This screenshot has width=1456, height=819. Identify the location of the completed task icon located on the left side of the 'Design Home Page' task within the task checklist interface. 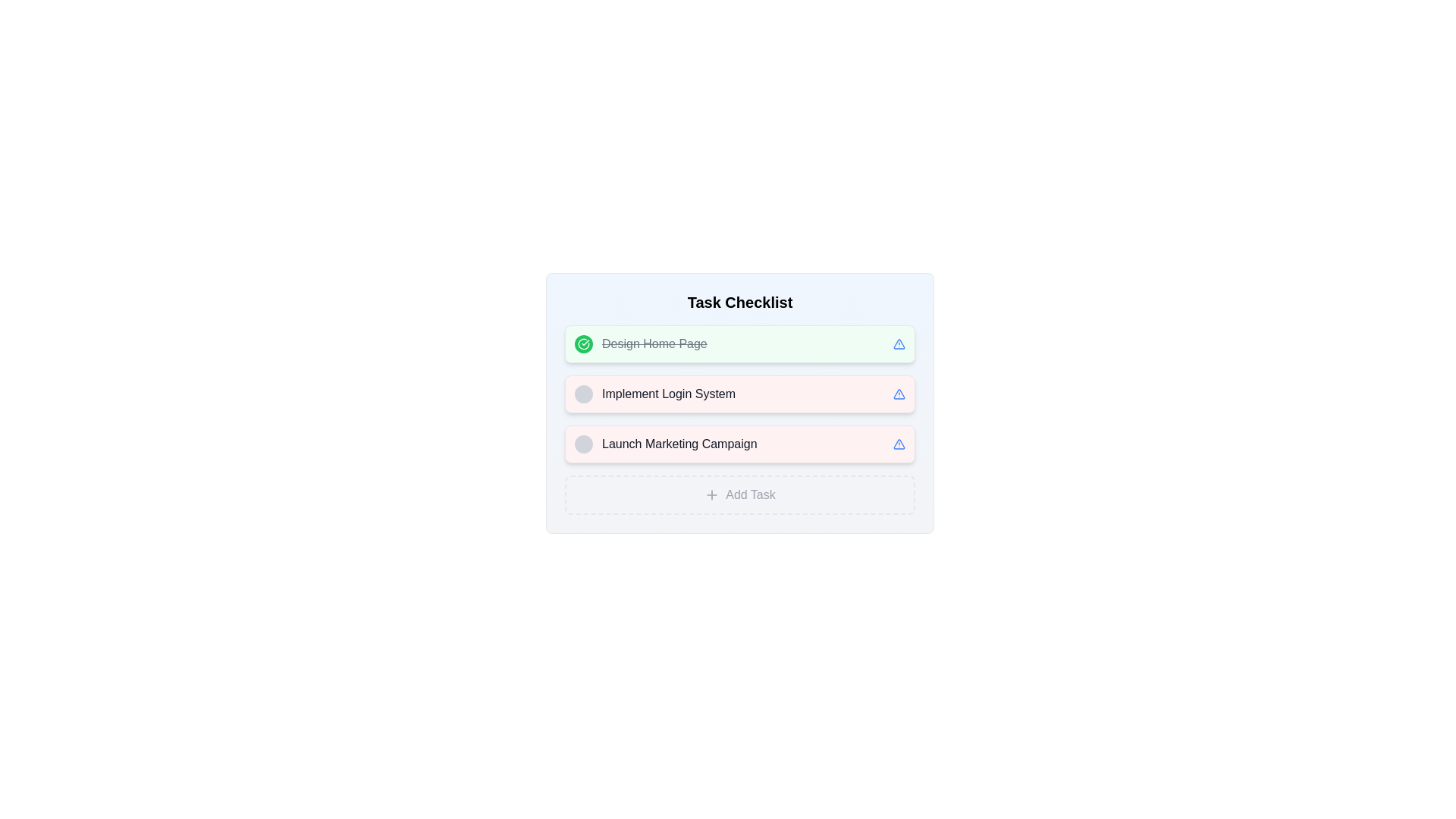
(582, 344).